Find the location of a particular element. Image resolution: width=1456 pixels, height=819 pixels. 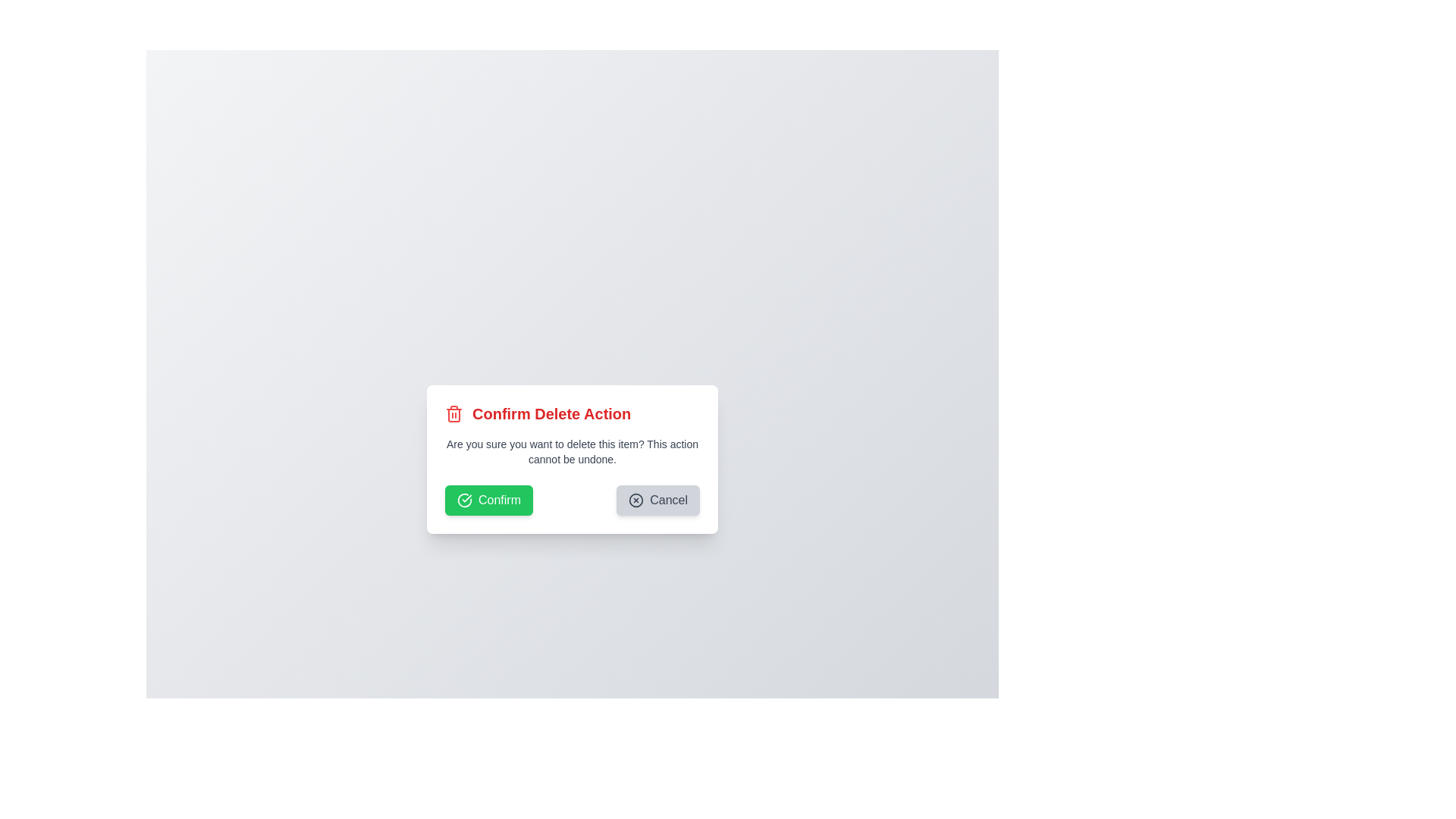

the 'Cancel' button with a light gray background and dark gray text, located to the right of the 'Confirm' button in the modal dialog box is located at coordinates (658, 500).